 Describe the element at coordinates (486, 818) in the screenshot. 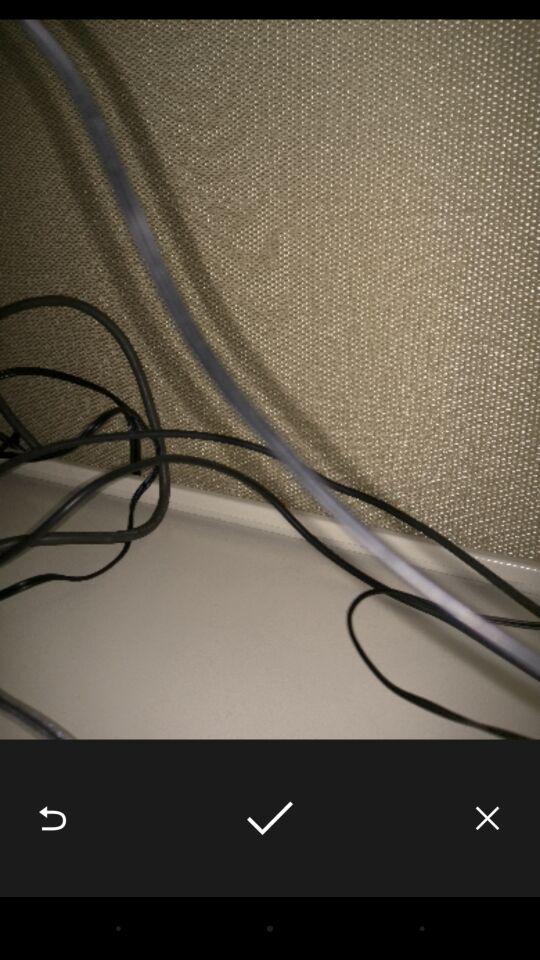

I see `icon at the bottom right corner` at that location.